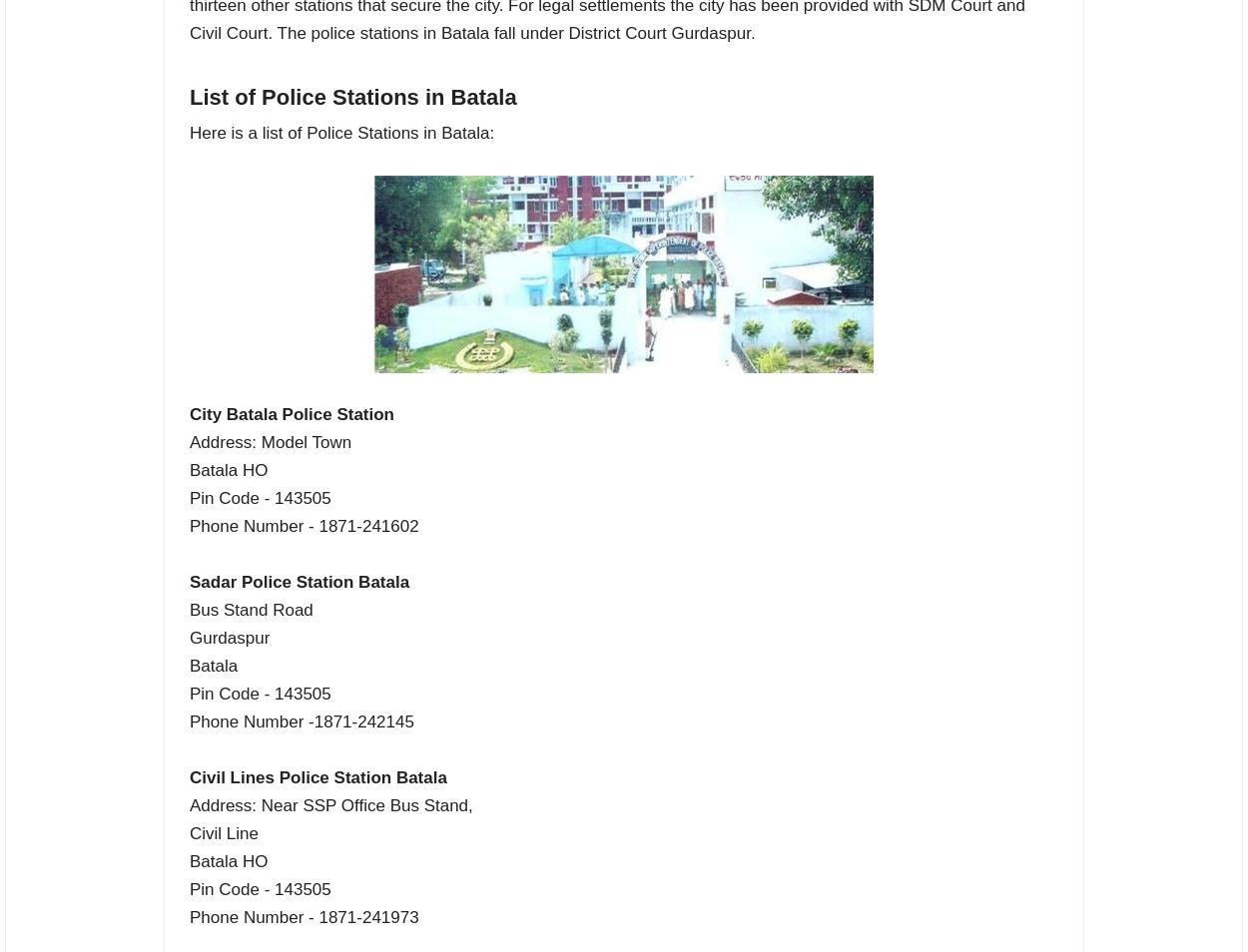  Describe the element at coordinates (304, 916) in the screenshot. I see `'Phone Number - 1871-241973'` at that location.